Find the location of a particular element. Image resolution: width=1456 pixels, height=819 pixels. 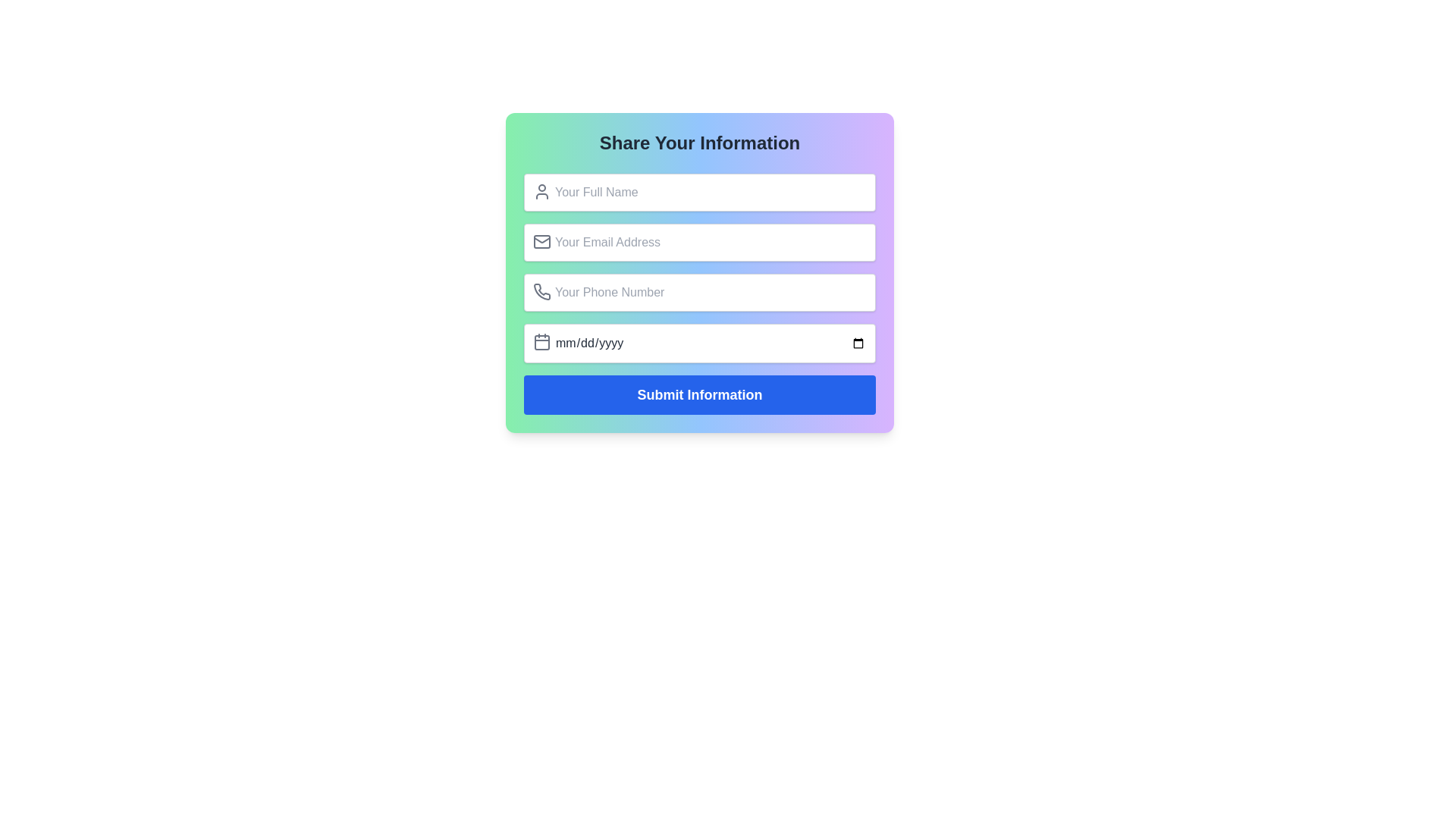

the email input field, which is styled with a white background and rounded corners, located below the 'Your Full Name' input and above the 'Your Phone Number' input in the form titled 'Share Your Information' is located at coordinates (698, 242).